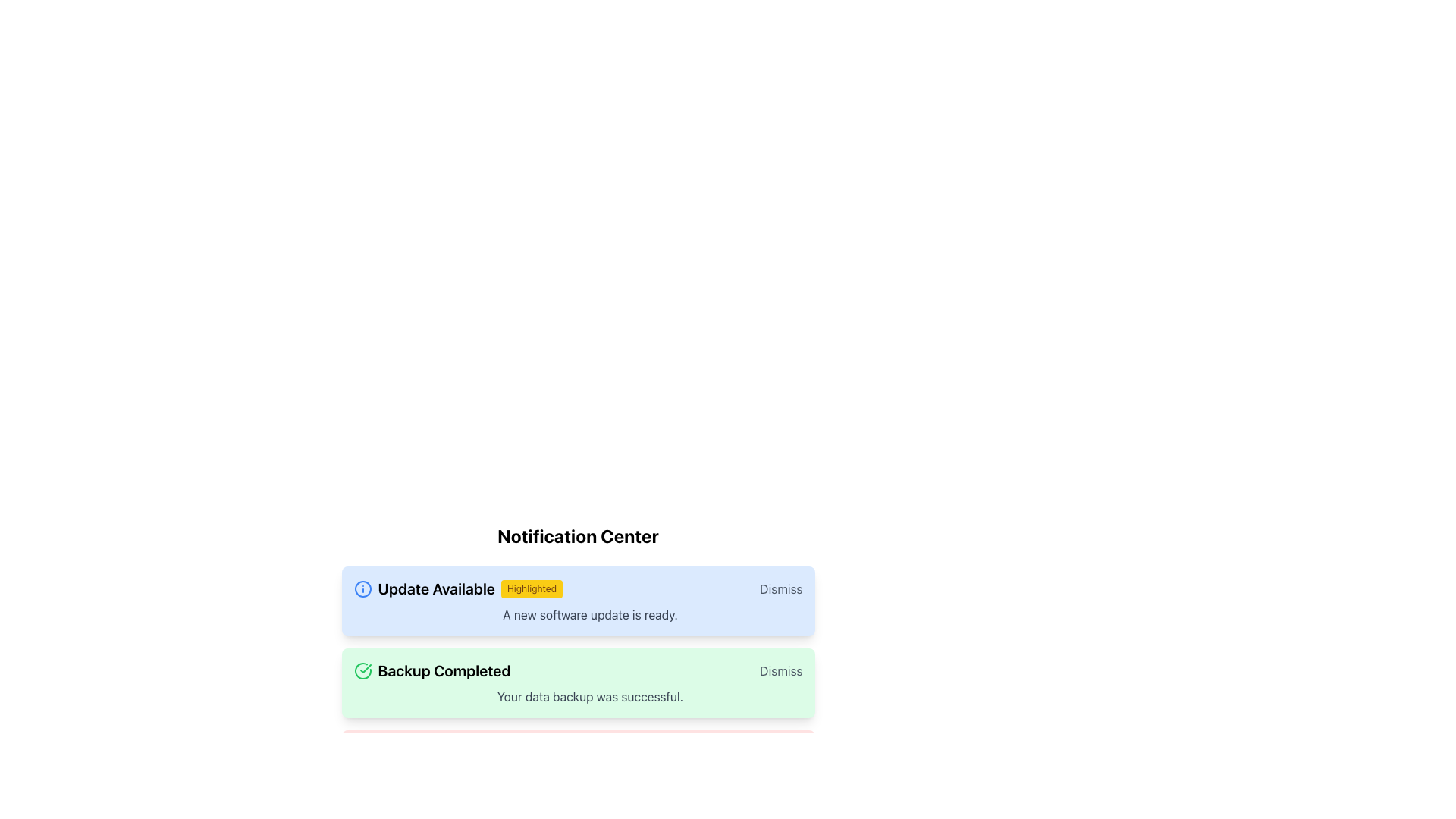  What do you see at coordinates (577, 588) in the screenshot?
I see `details of the first notification bar that displays 'Update Available' with a yellow 'Highlighted' badge and a 'Dismiss' option` at bounding box center [577, 588].